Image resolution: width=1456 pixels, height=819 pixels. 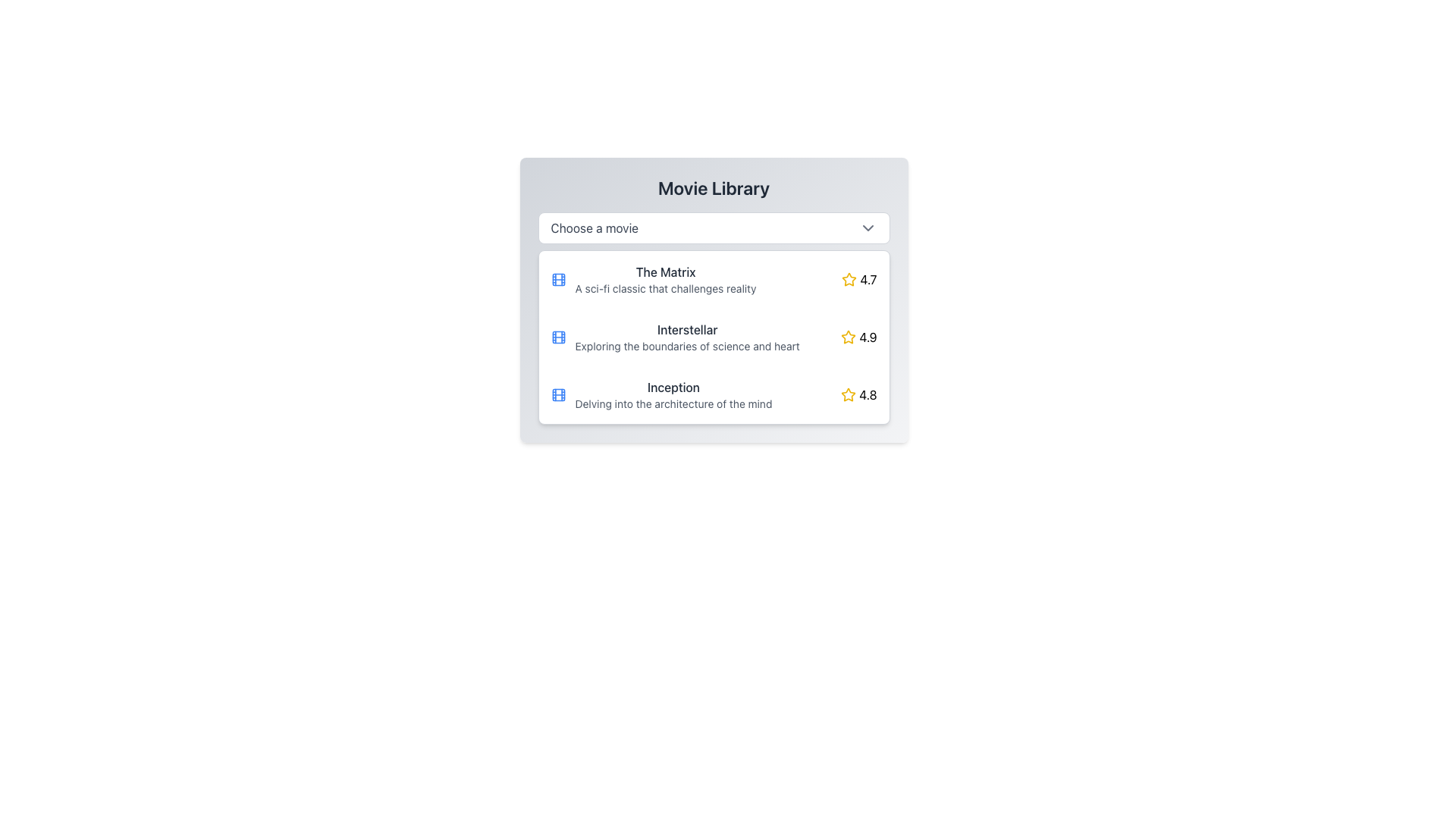 I want to click on the first item in the movie summary list, which is a text block summarizing the movie's title and description, positioned centrally within a white card with rounded edges, so click(x=666, y=280).